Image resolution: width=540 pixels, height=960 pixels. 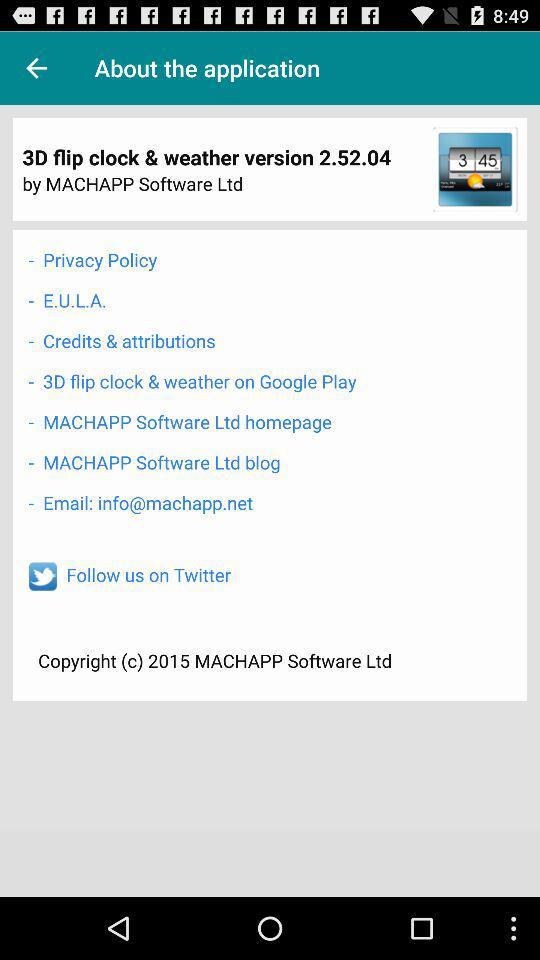 I want to click on item below the email info machapp icon, so click(x=147, y=574).